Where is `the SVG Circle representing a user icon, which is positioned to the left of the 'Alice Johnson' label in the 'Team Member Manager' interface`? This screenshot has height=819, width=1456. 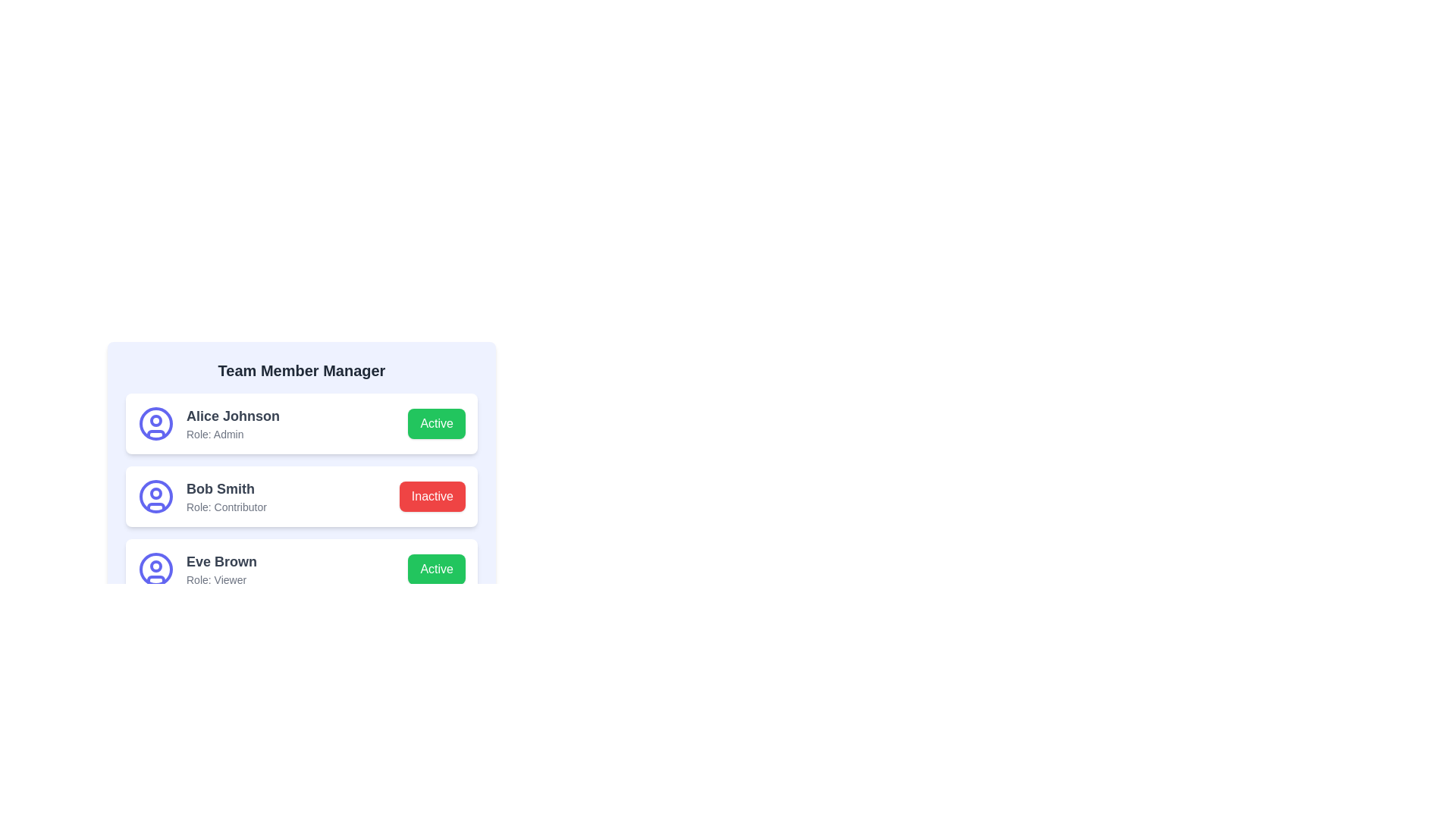 the SVG Circle representing a user icon, which is positioned to the left of the 'Alice Johnson' label in the 'Team Member Manager' interface is located at coordinates (156, 424).